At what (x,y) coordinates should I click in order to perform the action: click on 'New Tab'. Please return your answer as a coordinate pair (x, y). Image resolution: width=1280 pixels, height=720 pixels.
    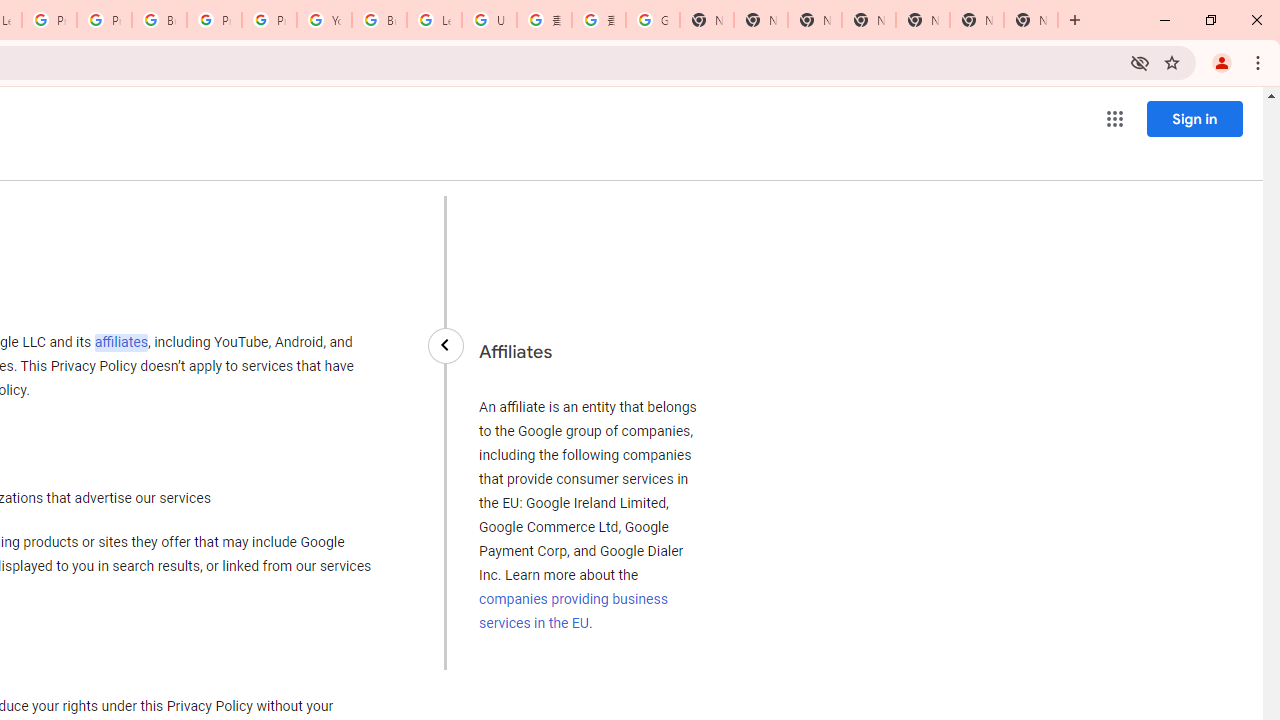
    Looking at the image, I should click on (1031, 20).